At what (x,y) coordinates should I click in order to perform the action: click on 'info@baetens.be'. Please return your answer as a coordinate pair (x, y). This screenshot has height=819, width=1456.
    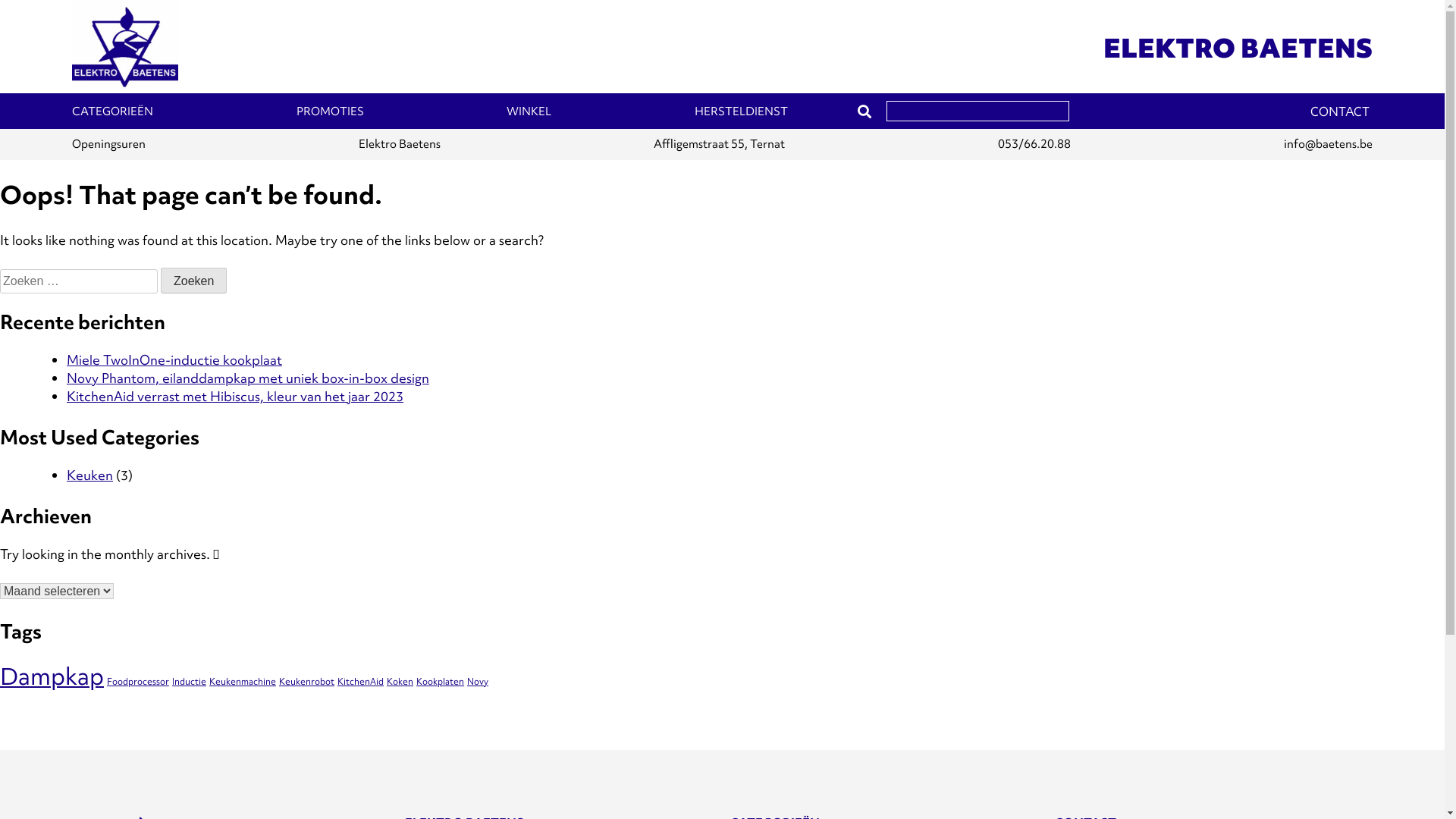
    Looking at the image, I should click on (1327, 144).